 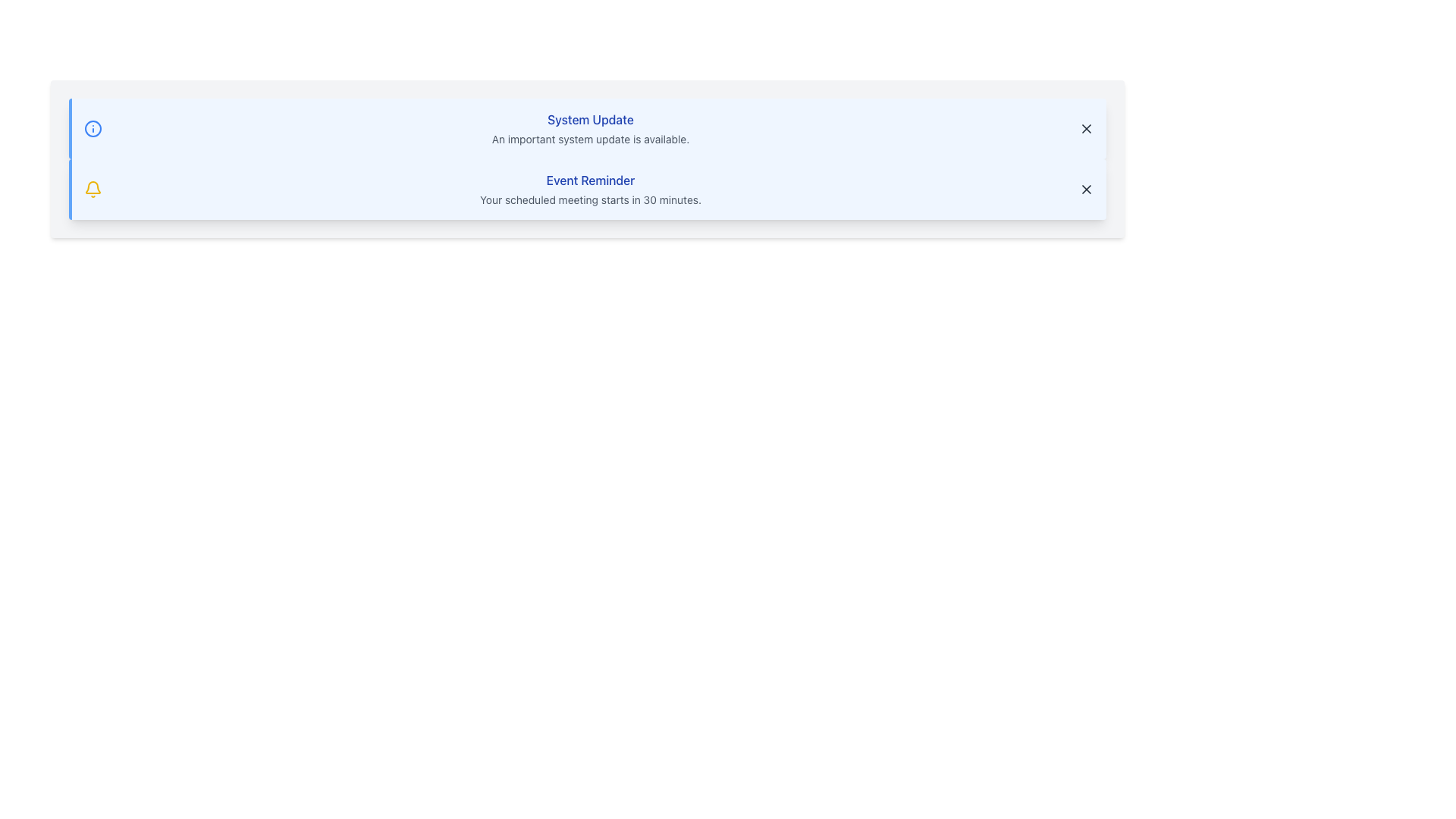 What do you see at coordinates (586, 127) in the screenshot?
I see `the Notification Banner` at bounding box center [586, 127].